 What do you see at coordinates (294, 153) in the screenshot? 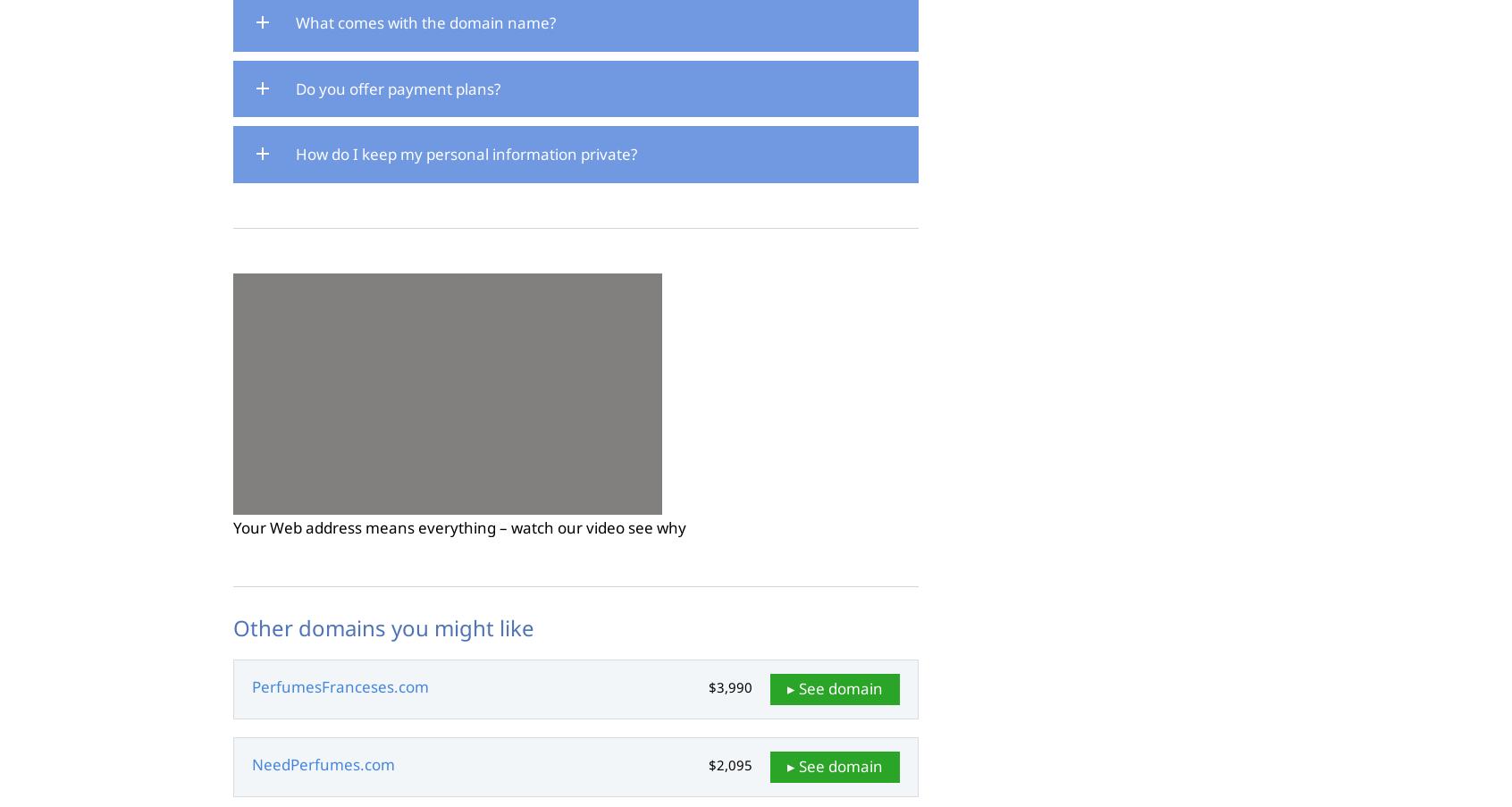
I see `'How do I keep my personal information private?'` at bounding box center [294, 153].